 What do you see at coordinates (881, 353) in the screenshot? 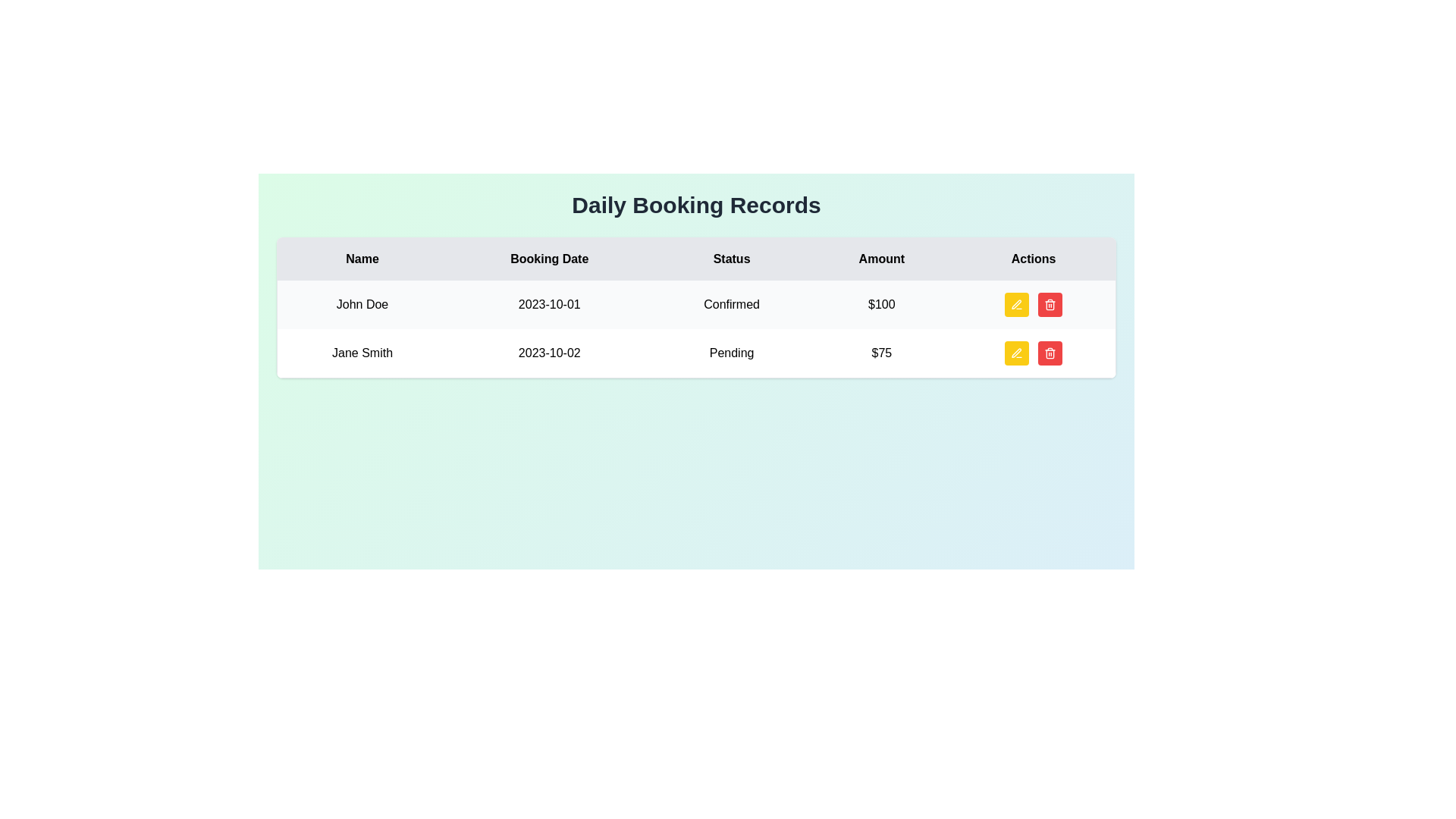
I see `the text label displaying '$75' located in the 'Amount' column of the second row under the 'Daily Booking Records' section, which is visually aligned with 'Pending' and 'Actions'` at bounding box center [881, 353].